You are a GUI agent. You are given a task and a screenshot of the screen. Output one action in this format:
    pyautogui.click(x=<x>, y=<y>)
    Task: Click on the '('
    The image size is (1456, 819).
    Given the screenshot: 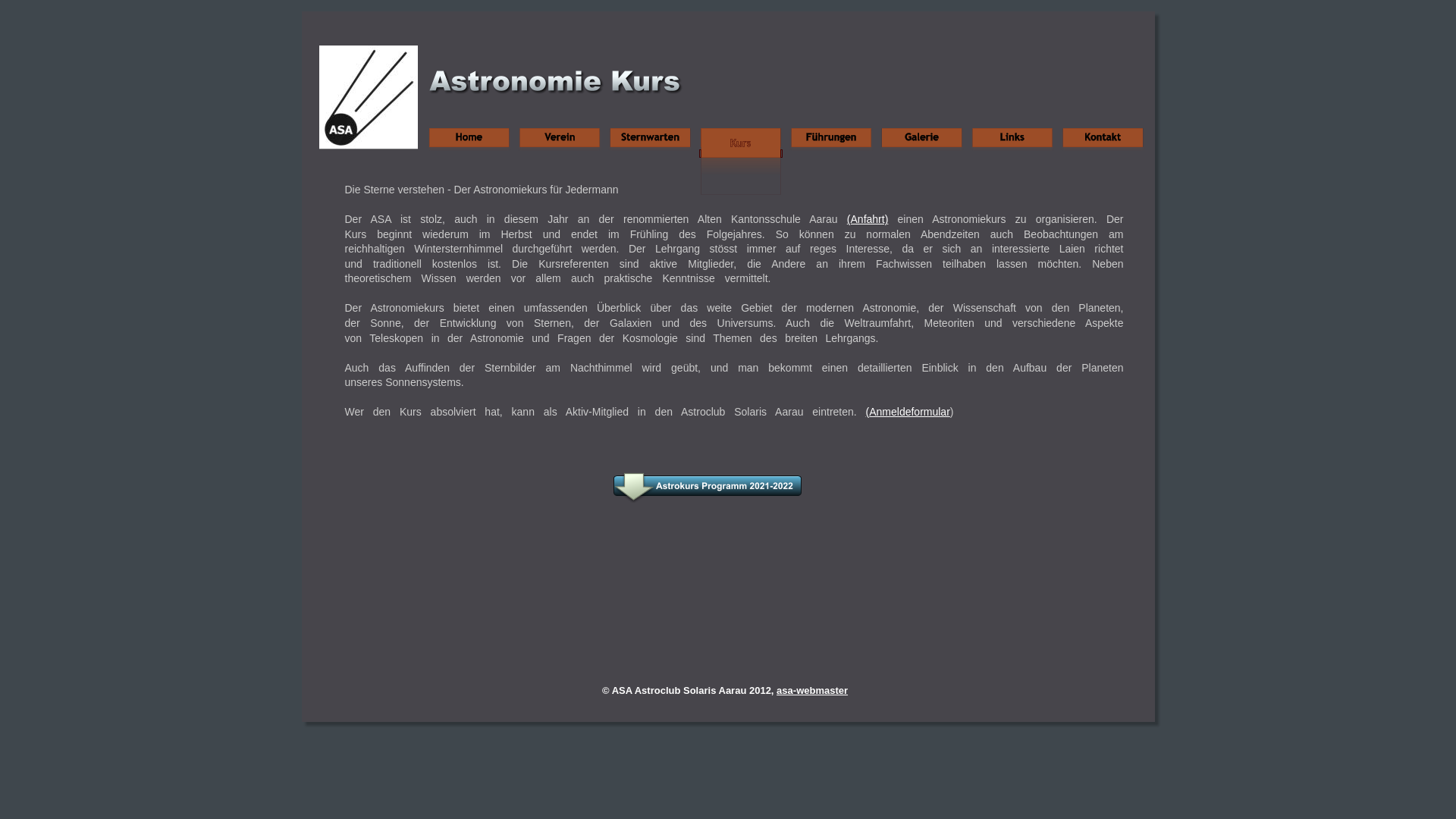 What is the action you would take?
    pyautogui.click(x=868, y=412)
    